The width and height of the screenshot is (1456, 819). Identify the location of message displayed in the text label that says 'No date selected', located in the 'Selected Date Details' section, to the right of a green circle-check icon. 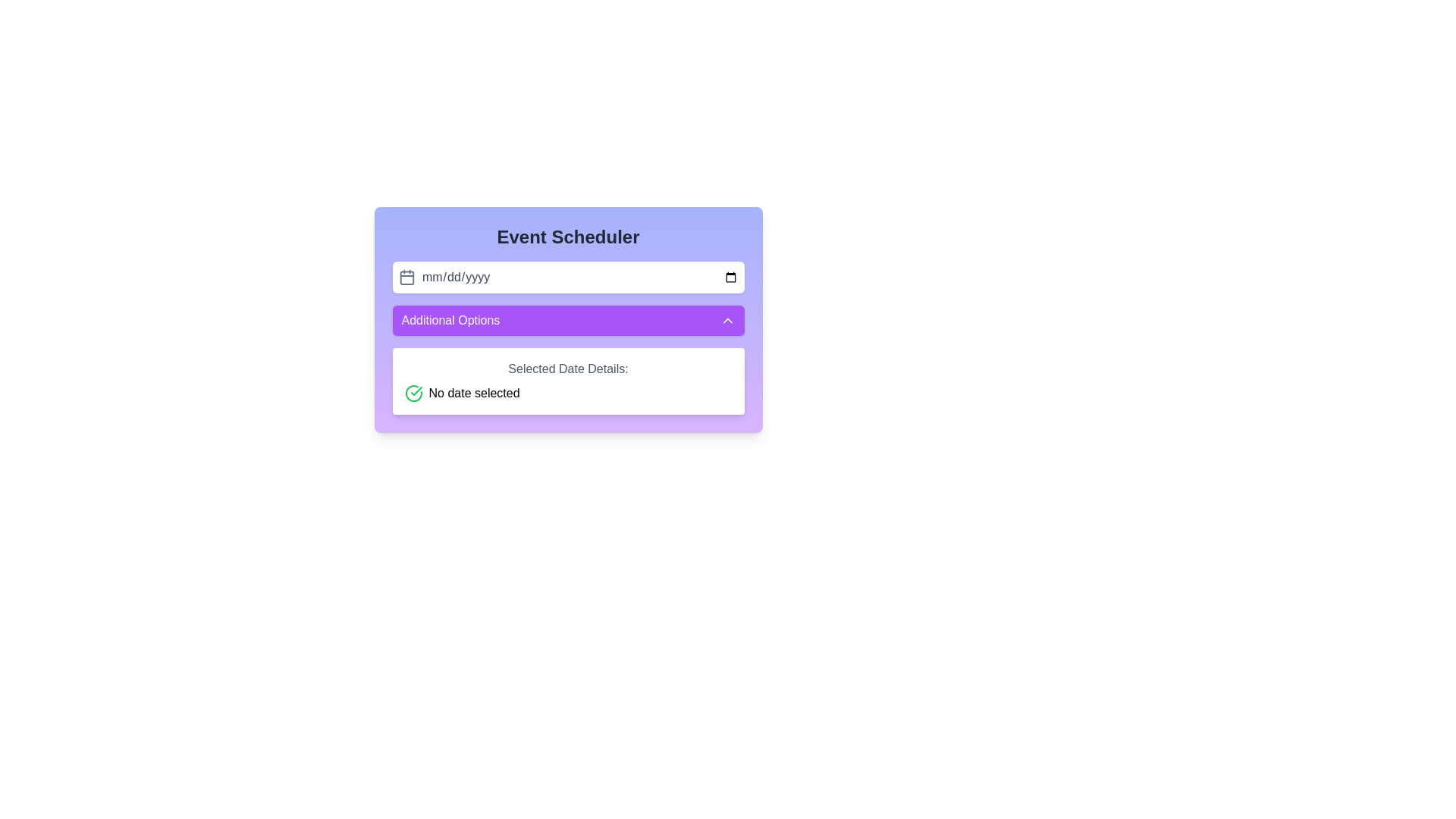
(473, 393).